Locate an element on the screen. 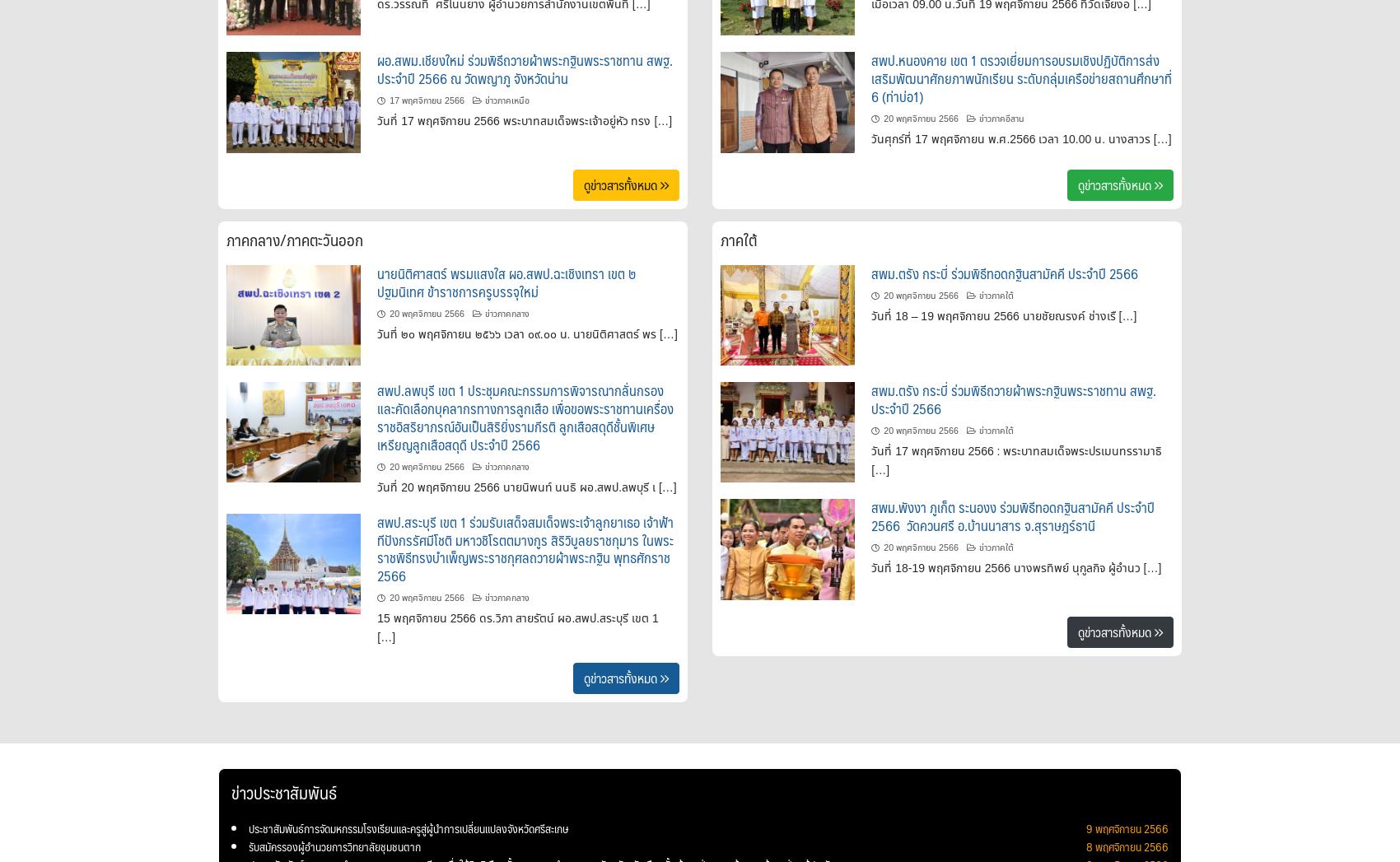 The image size is (1400, 862). 'สพป.ลพบุรี เขต 1 ประชุมคณะกรรมการพิจารณากลั่นกรอง และคัดเลือกบุคลากรทางการลูกเสือ เพื่อขอพระราชทานเครื่องราชอิสริยาภรณ์อันเป็นสิริยิ่งรามกีรติ ลูกเสือสดุดีชั้นพิเศษเหรียญลูกเสือสดุดี ประจำปี 2566' is located at coordinates (525, 416).